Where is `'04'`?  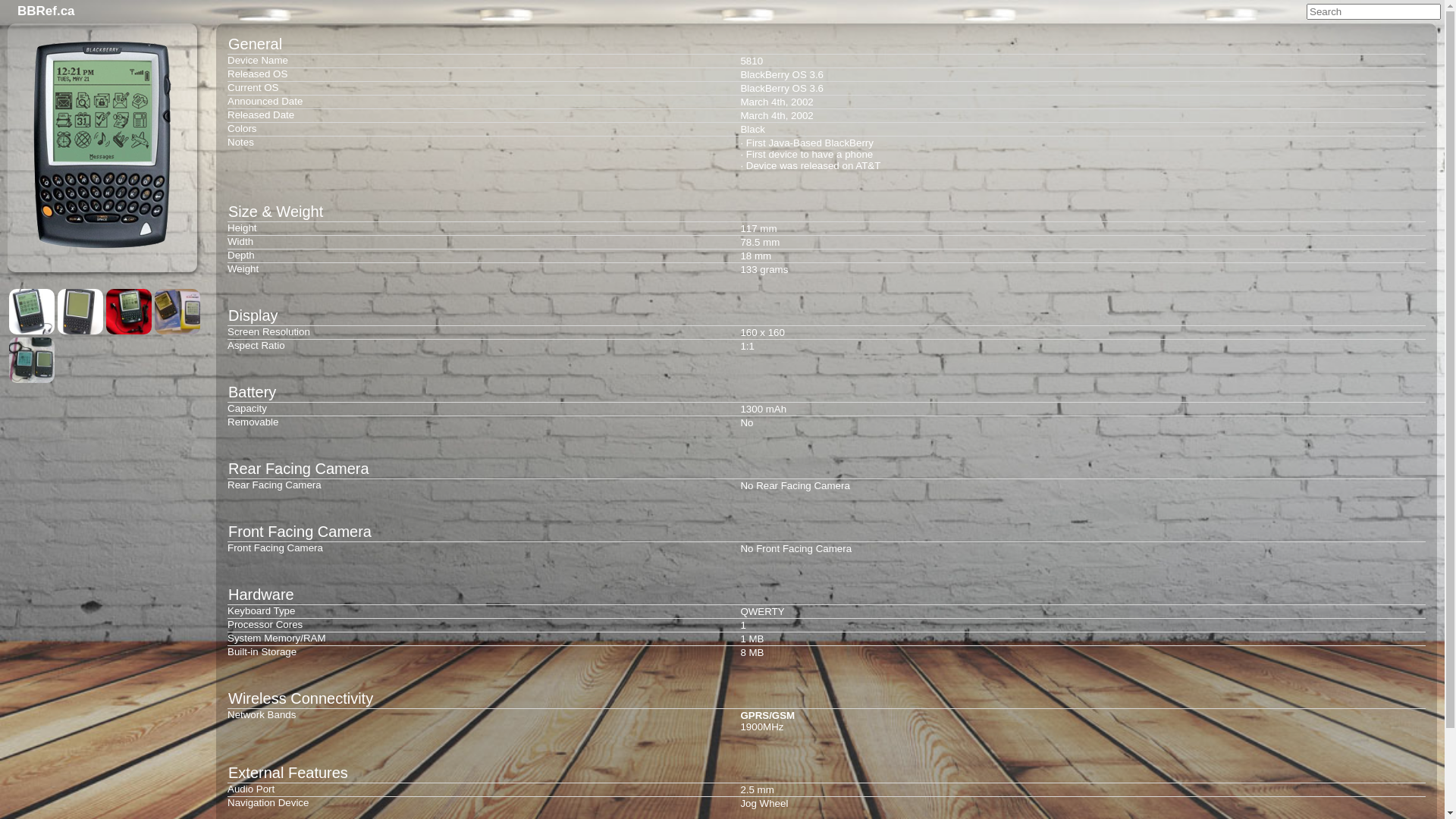
'04' is located at coordinates (177, 311).